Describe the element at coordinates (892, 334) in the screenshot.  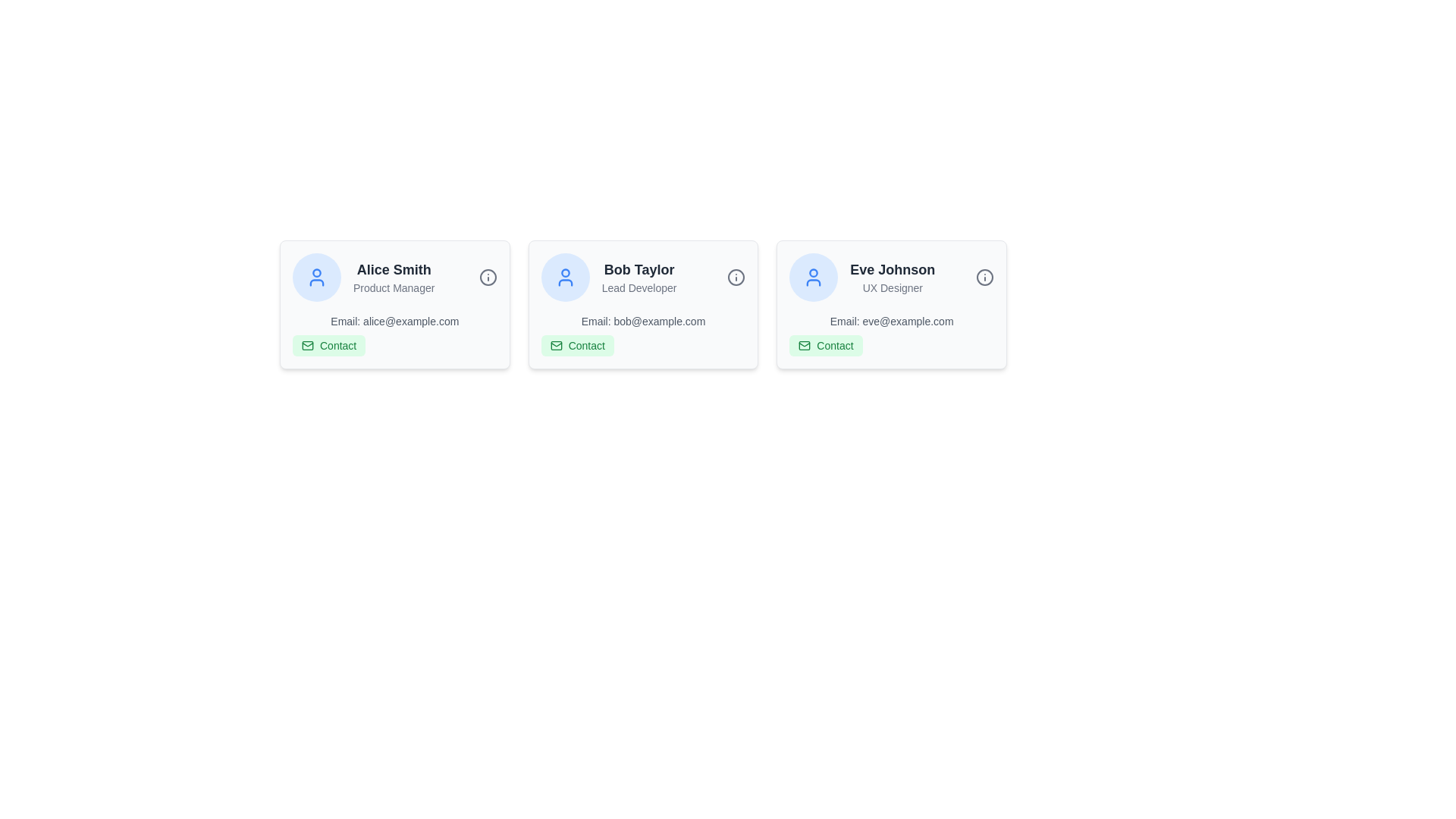
I see `the email address 'eve@example.com' displayed in a smaller, gray font within the card labeled 'Eve Johnson UX Designer' by clicking on it, as it is likely a link` at that location.